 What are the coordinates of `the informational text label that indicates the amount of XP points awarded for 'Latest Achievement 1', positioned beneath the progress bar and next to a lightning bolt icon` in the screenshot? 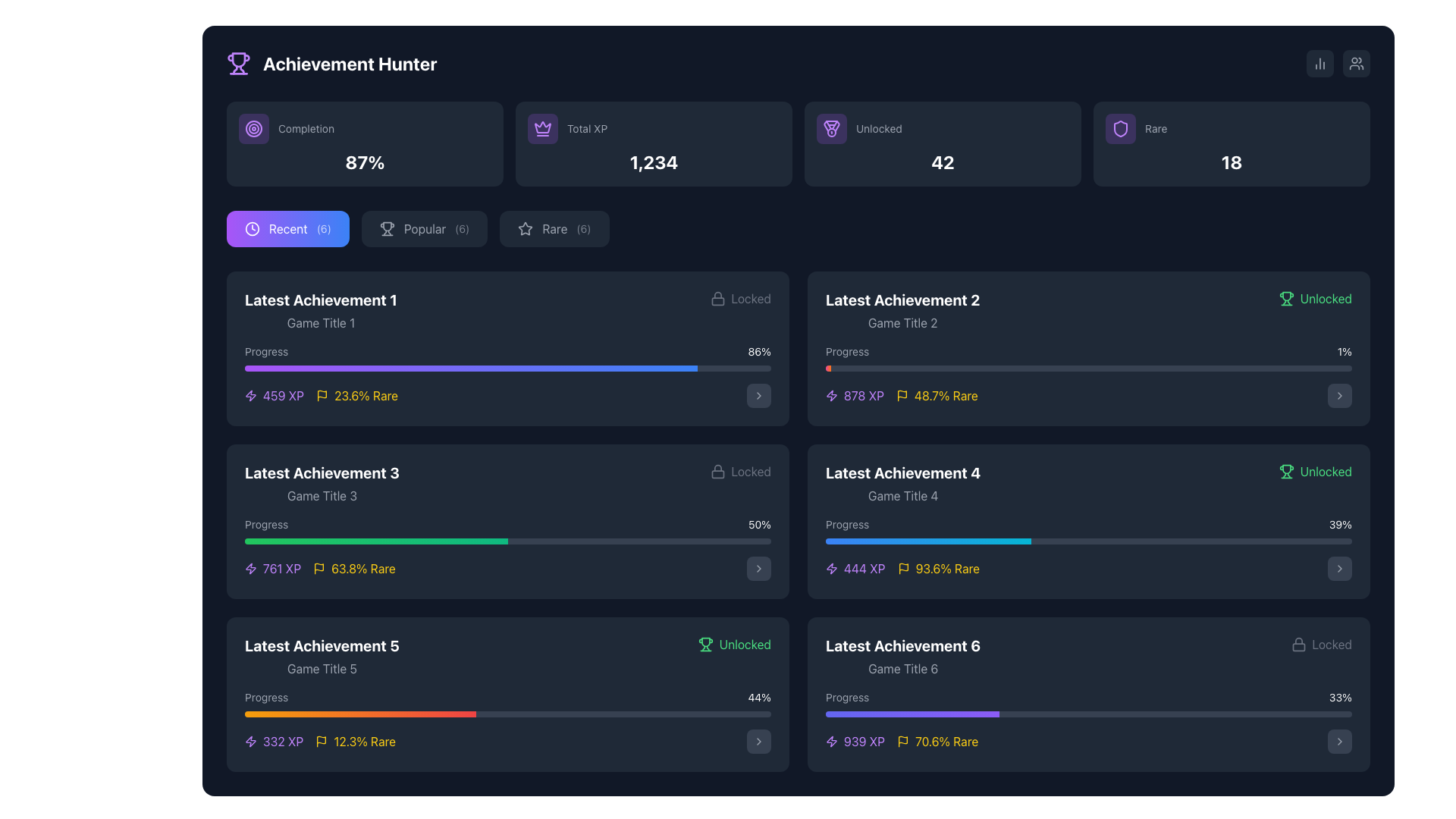 It's located at (284, 394).